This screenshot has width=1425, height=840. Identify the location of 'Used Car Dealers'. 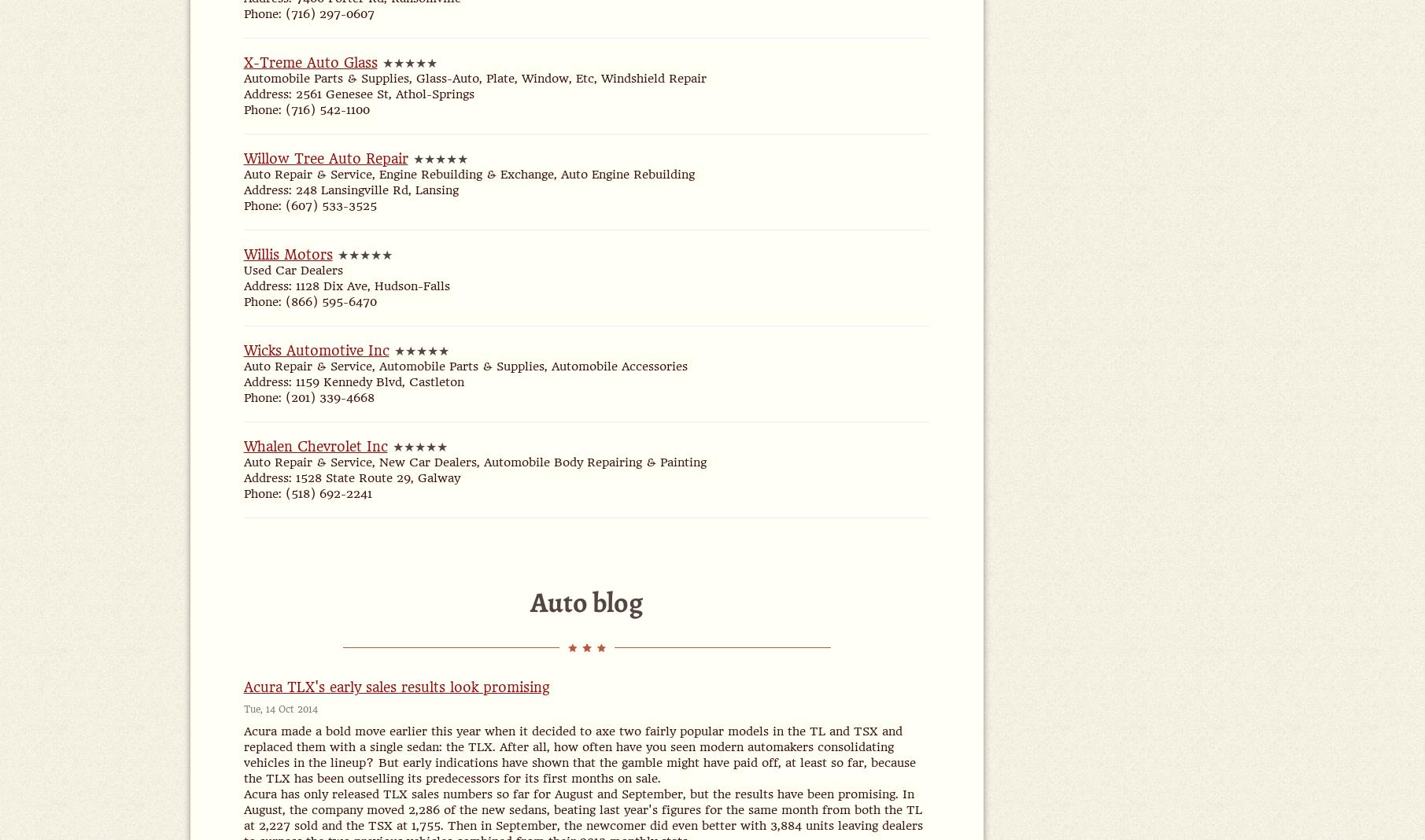
(291, 270).